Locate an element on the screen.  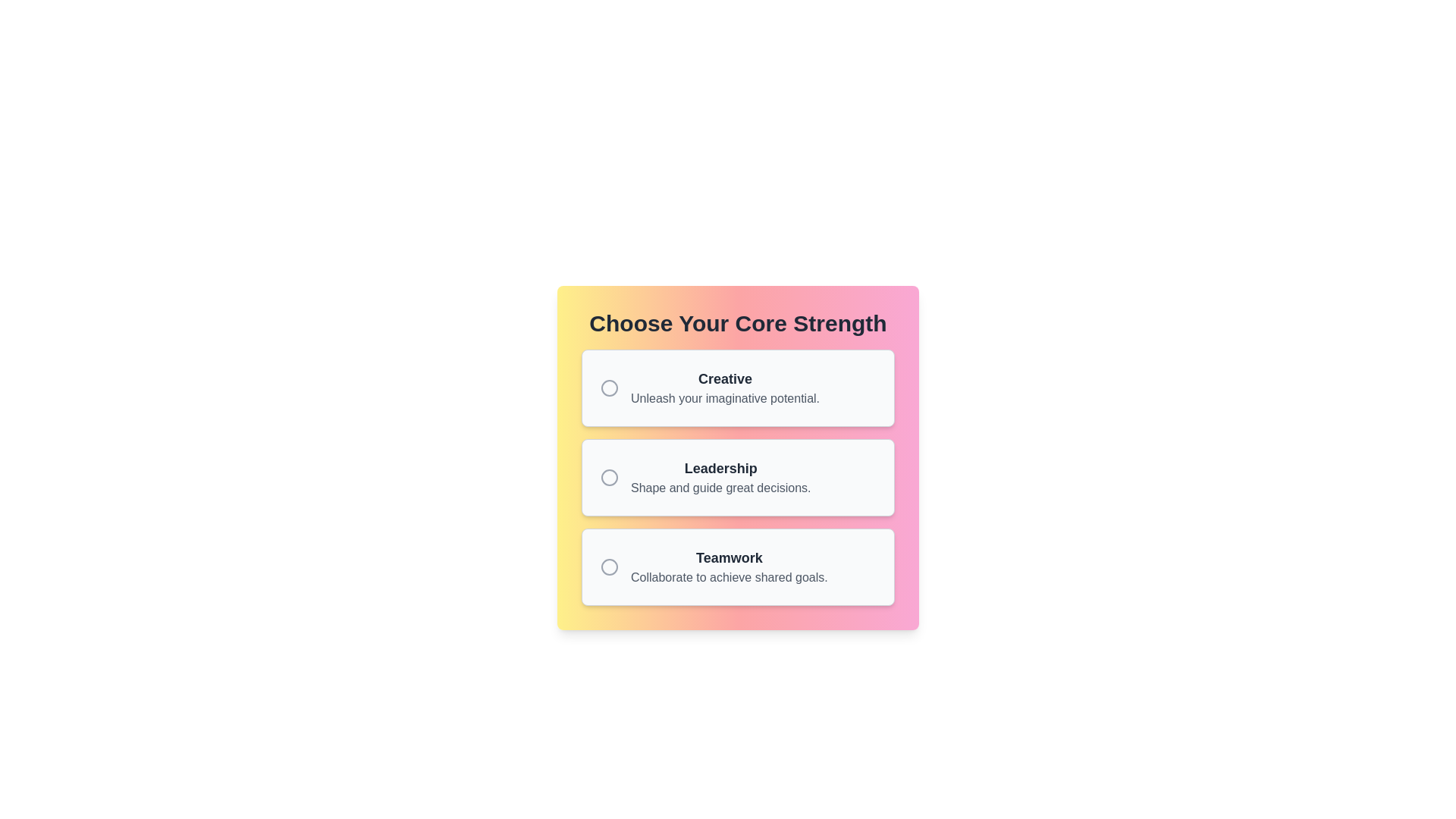
the selectable option labeled 'Leadership' located in the second position under the 'Choose Your Core Strength' heading is located at coordinates (738, 476).